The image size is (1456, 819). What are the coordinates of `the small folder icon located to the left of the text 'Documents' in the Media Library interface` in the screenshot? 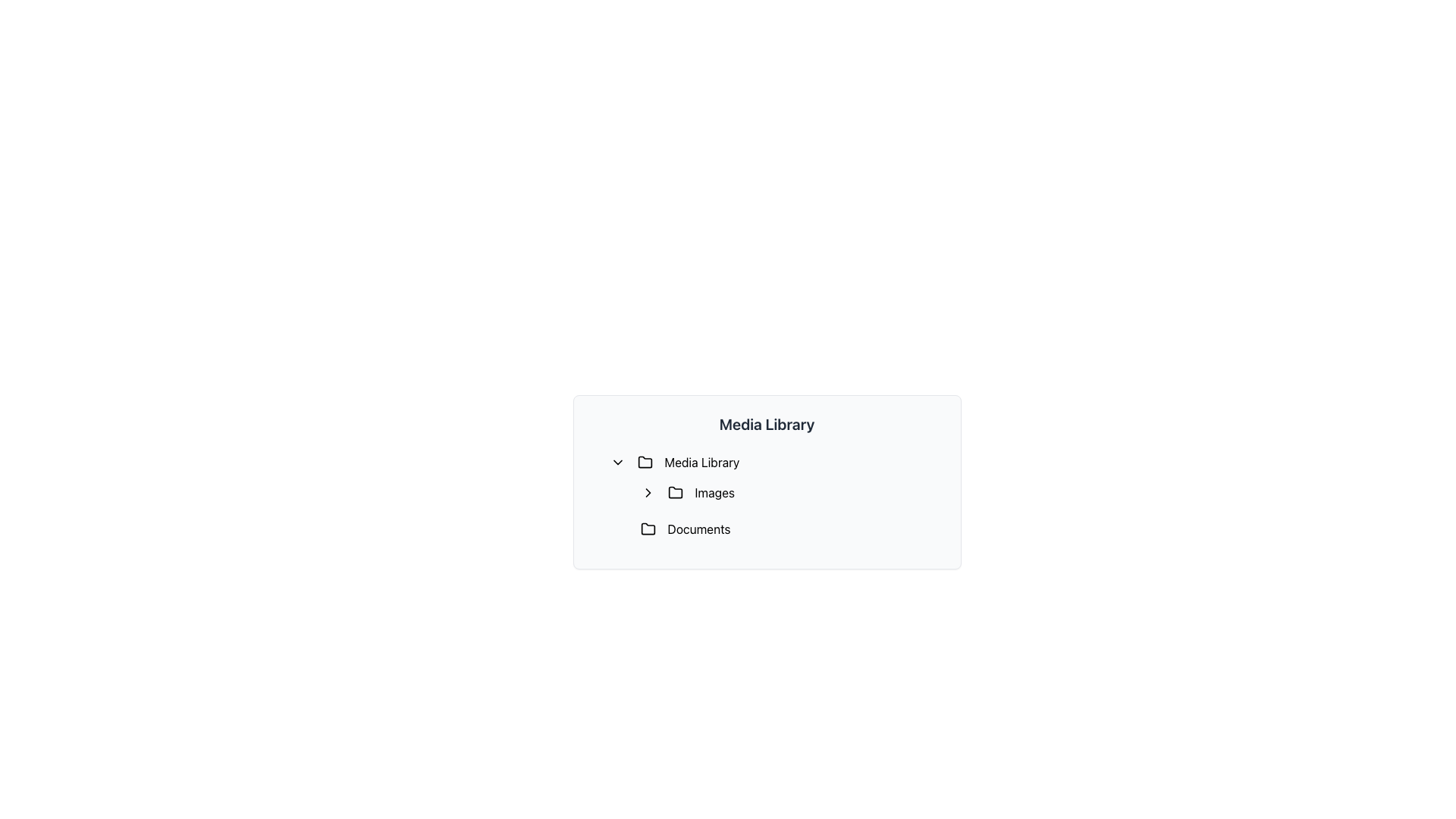 It's located at (648, 528).